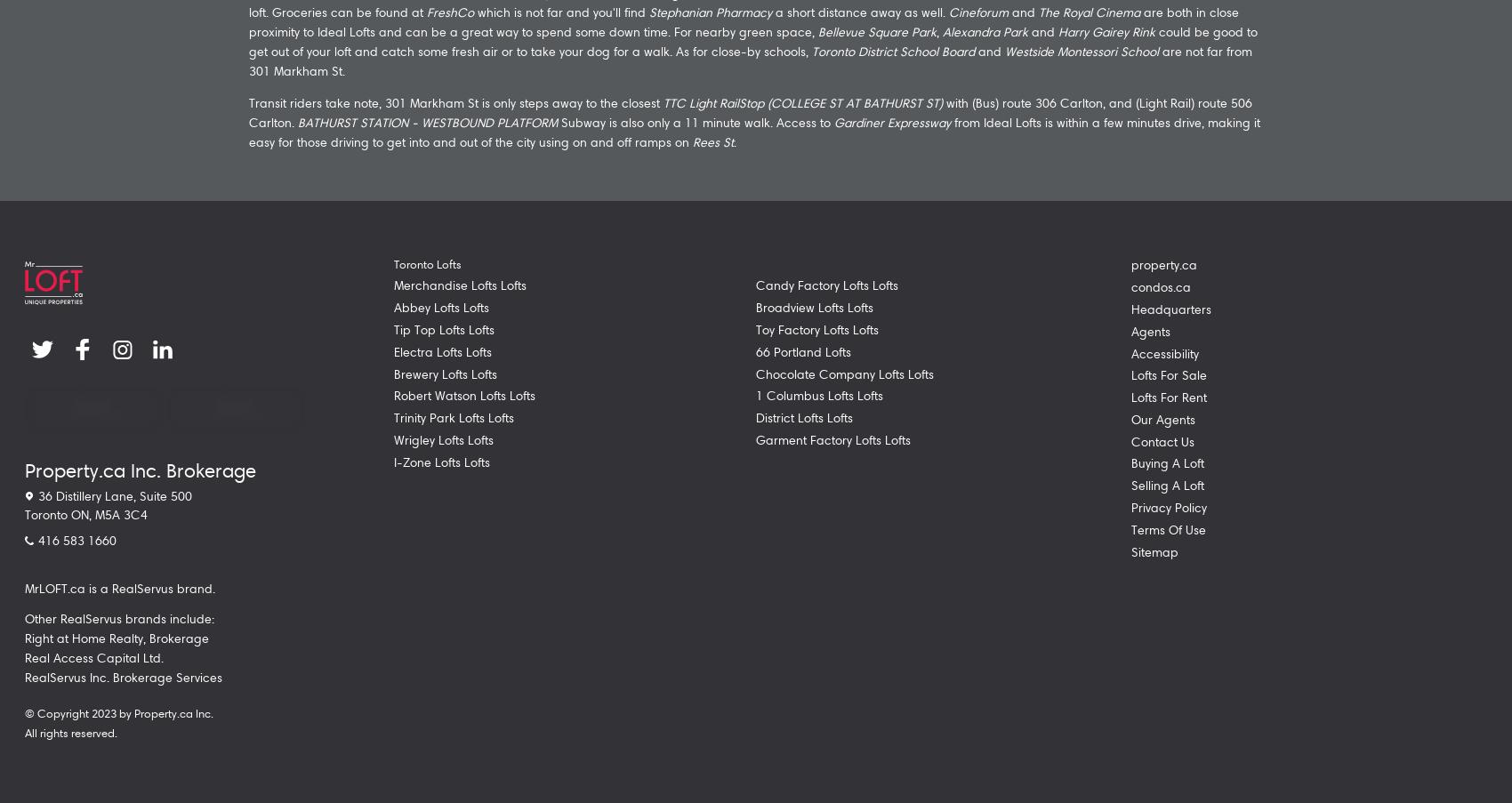  What do you see at coordinates (442, 349) in the screenshot?
I see `'Electra Lofts lofts'` at bounding box center [442, 349].